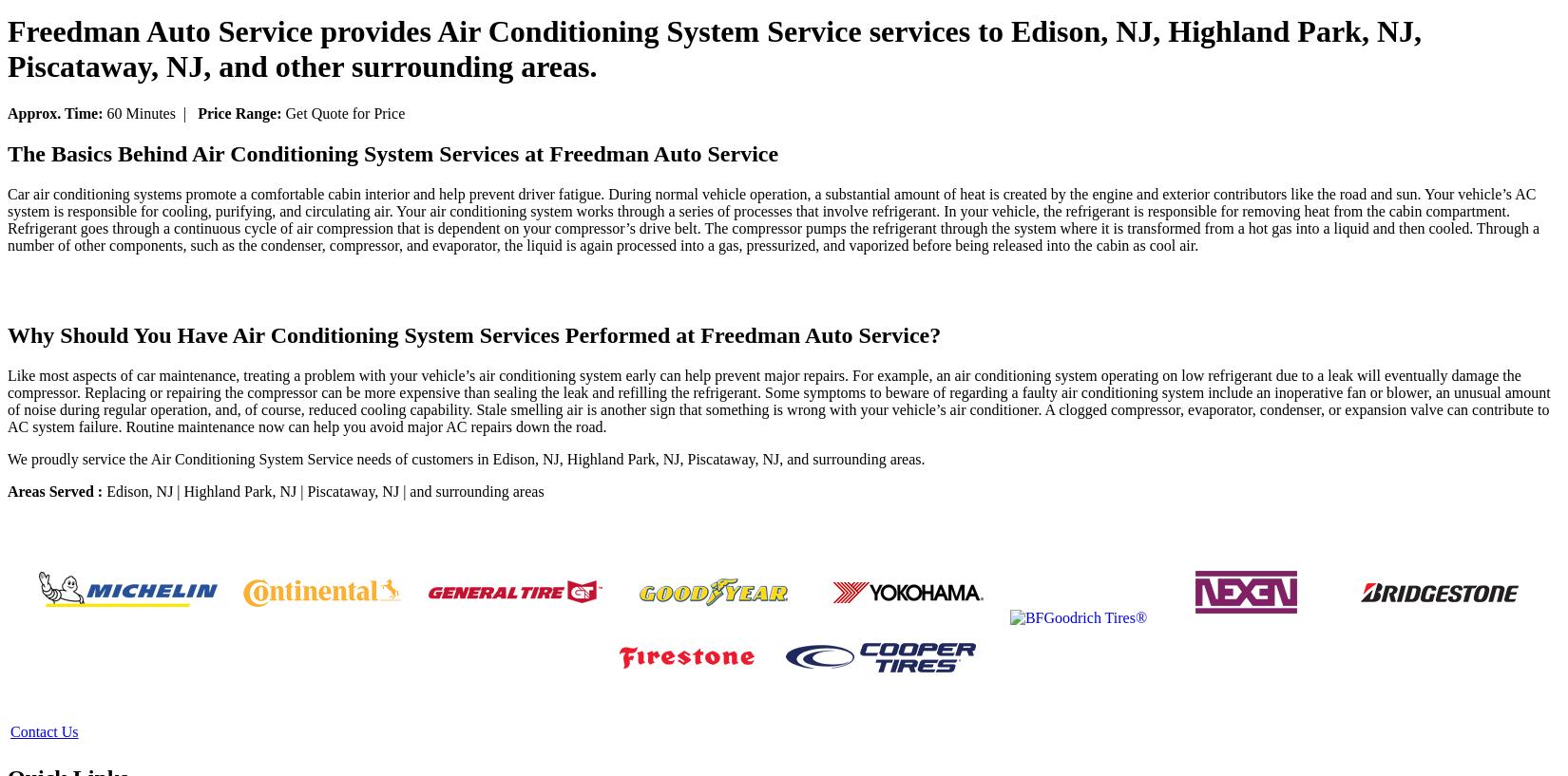 This screenshot has width=1568, height=776. I want to click on 'Get Quote for Price', so click(343, 112).